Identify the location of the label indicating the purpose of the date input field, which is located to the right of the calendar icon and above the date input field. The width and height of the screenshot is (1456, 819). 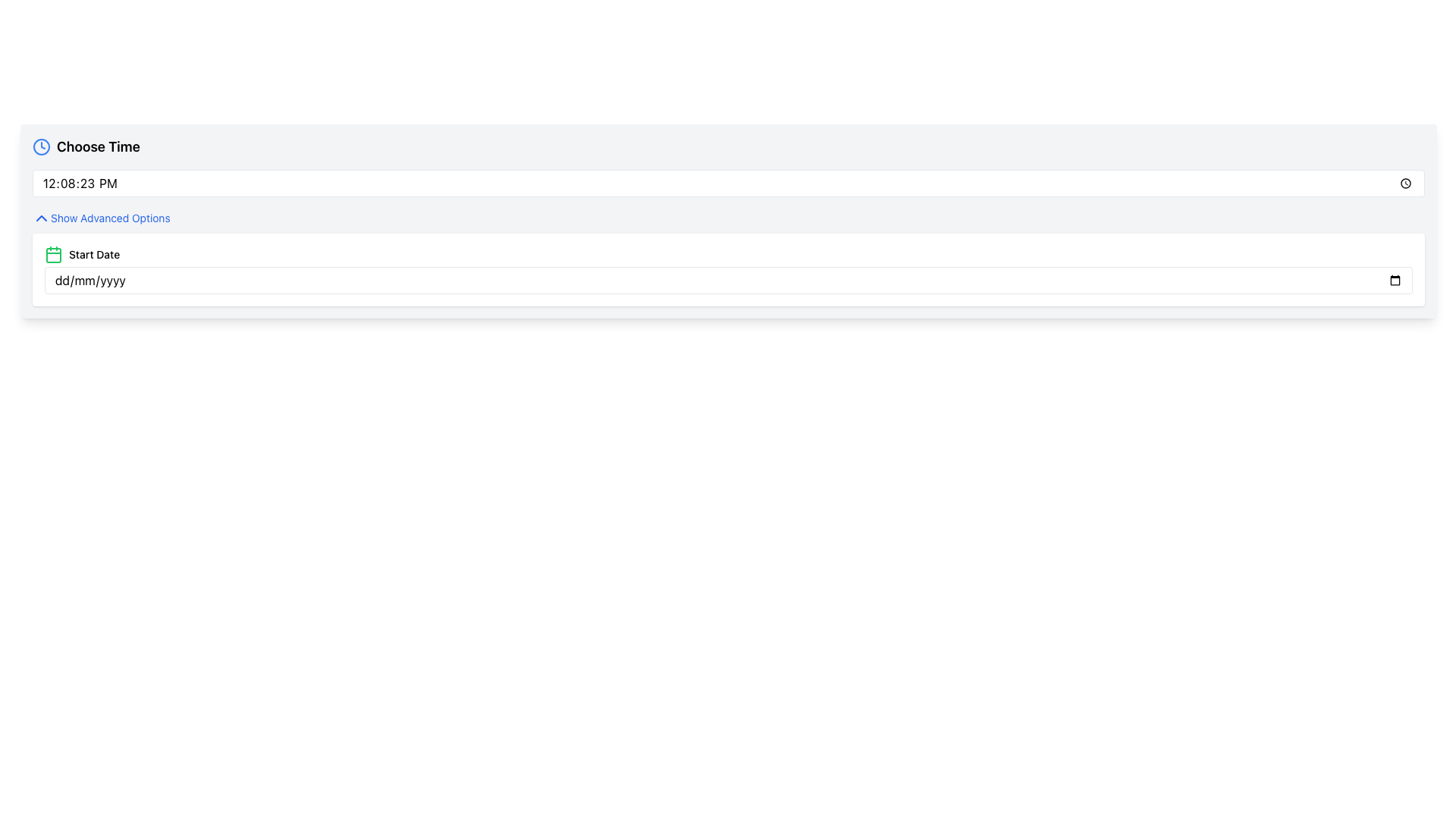
(93, 253).